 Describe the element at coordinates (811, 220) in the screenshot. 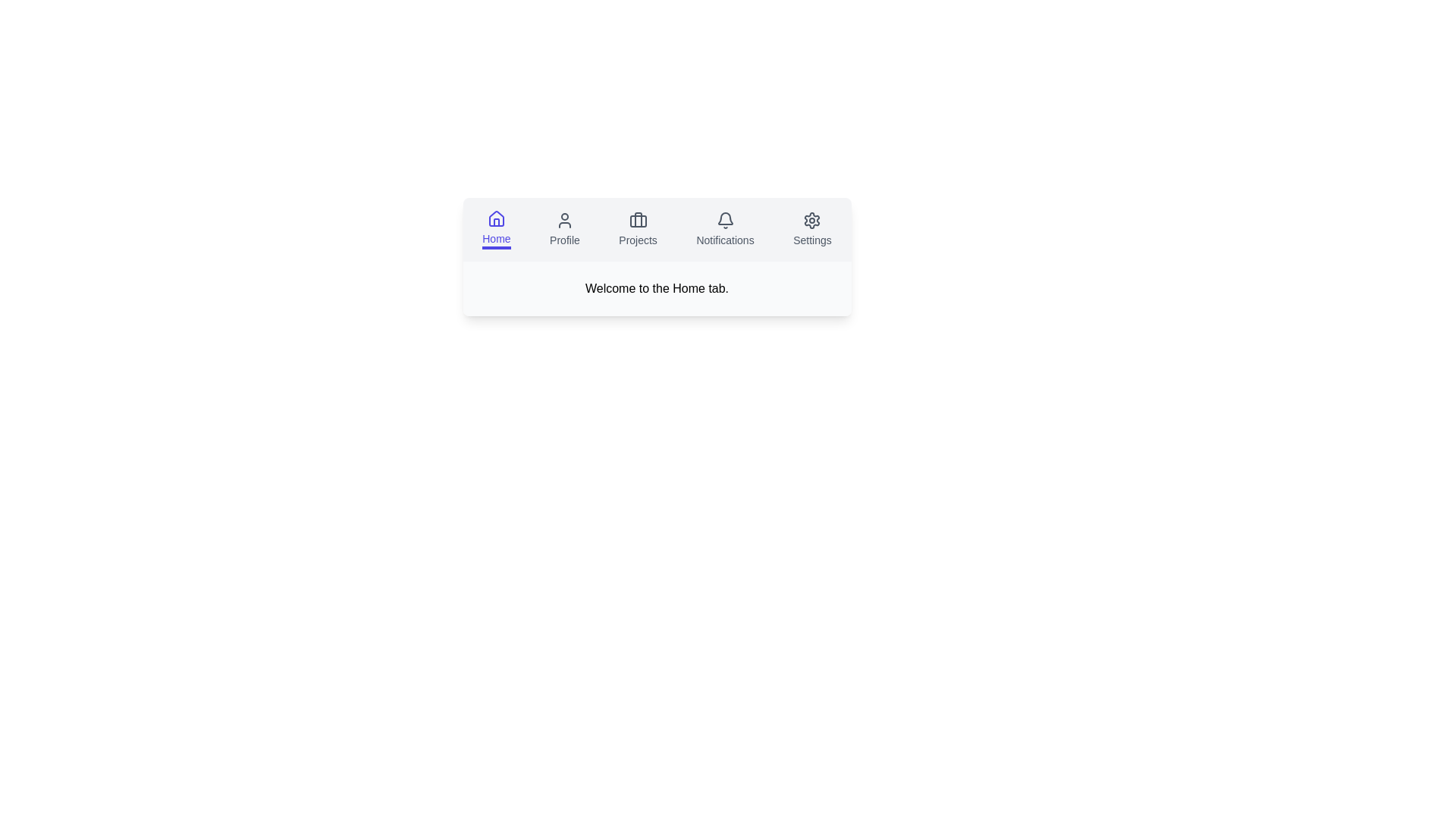

I see `the gear icon representing settings located at the far right of the horizontal navigation bar` at that location.